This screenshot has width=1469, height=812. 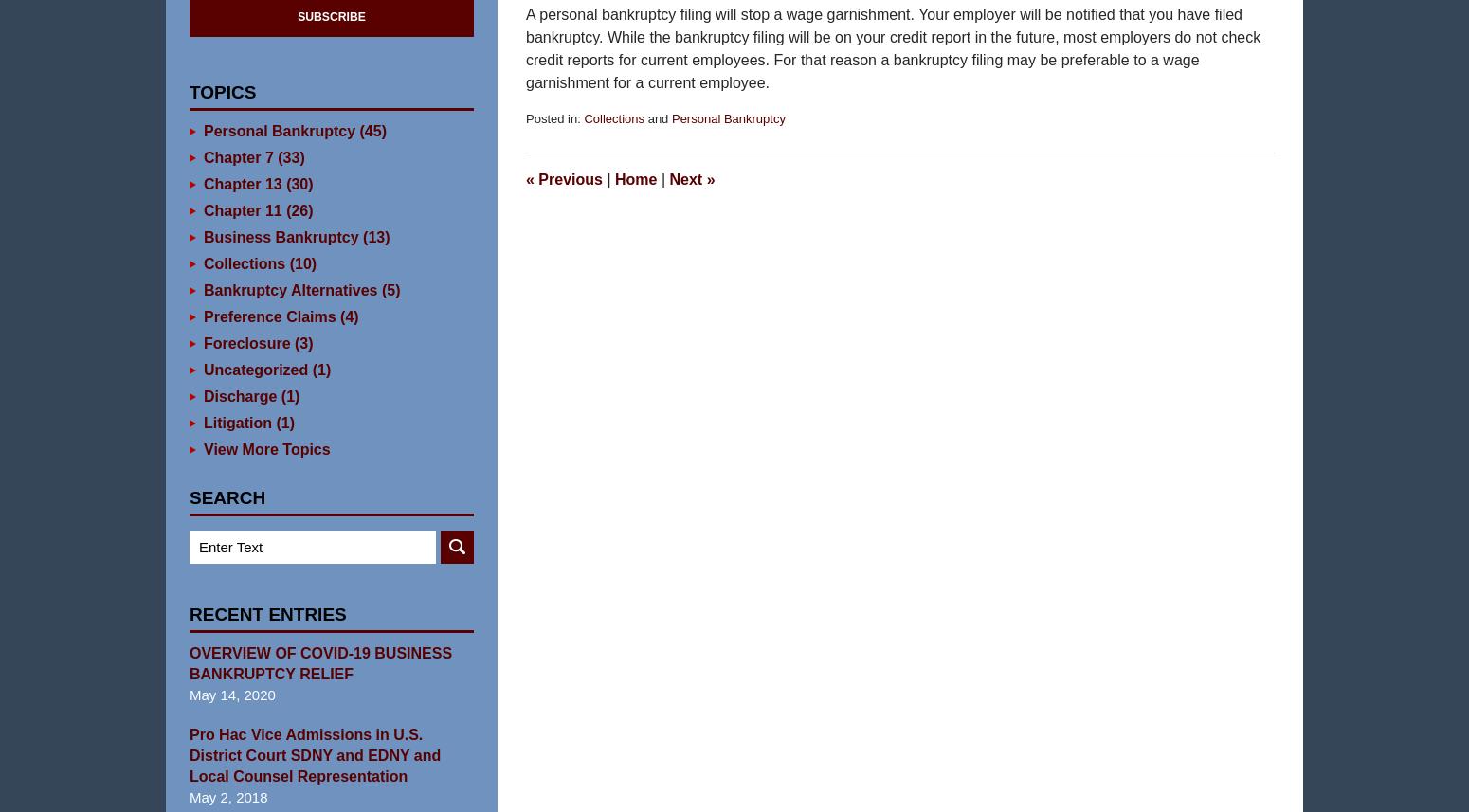 What do you see at coordinates (613, 208) in the screenshot?
I see `'Home'` at bounding box center [613, 208].